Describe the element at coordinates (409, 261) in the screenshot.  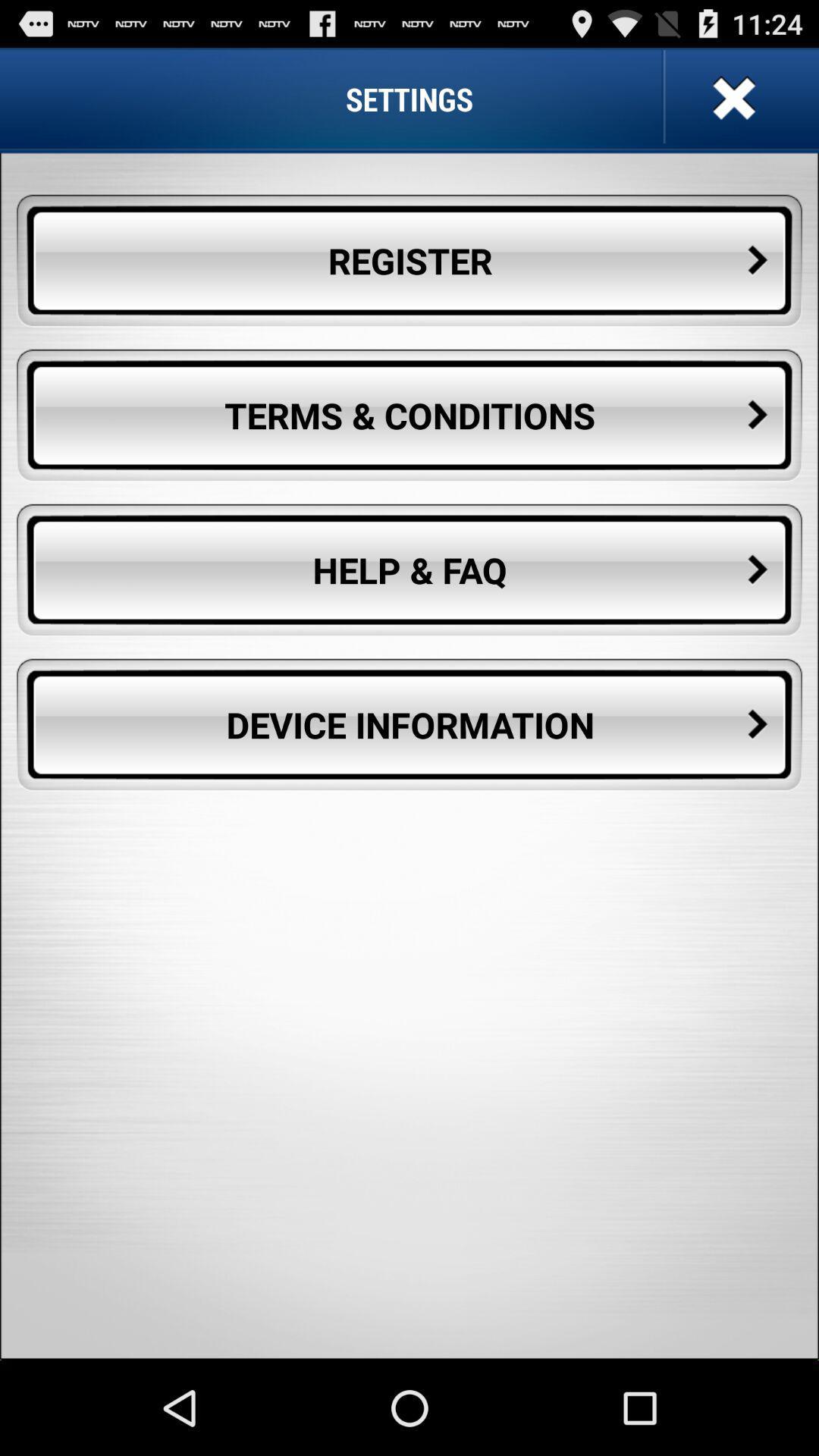
I see `the icon above the terms & conditions` at that location.